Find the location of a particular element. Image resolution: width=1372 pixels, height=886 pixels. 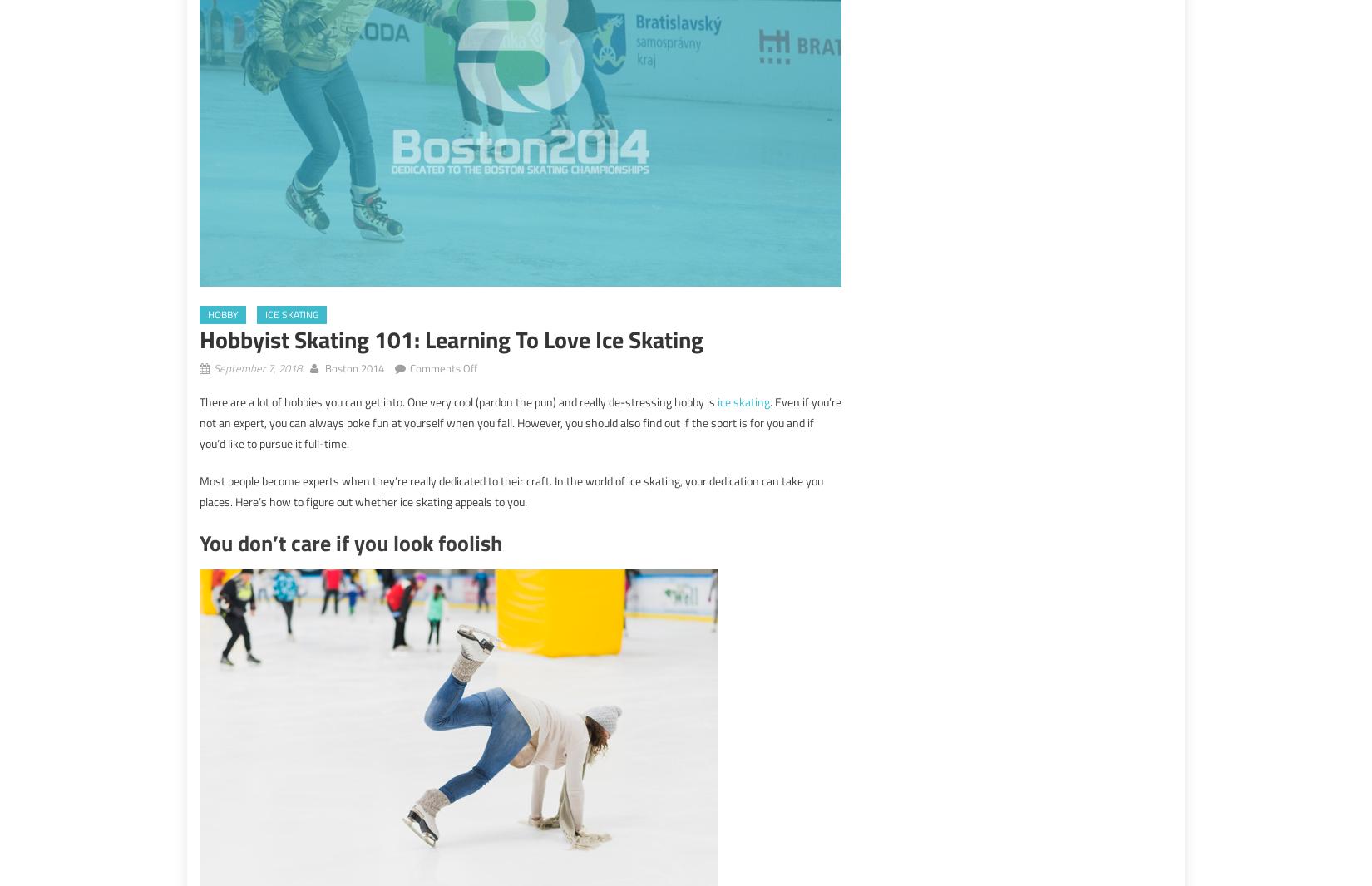

'hobby' is located at coordinates (222, 314).